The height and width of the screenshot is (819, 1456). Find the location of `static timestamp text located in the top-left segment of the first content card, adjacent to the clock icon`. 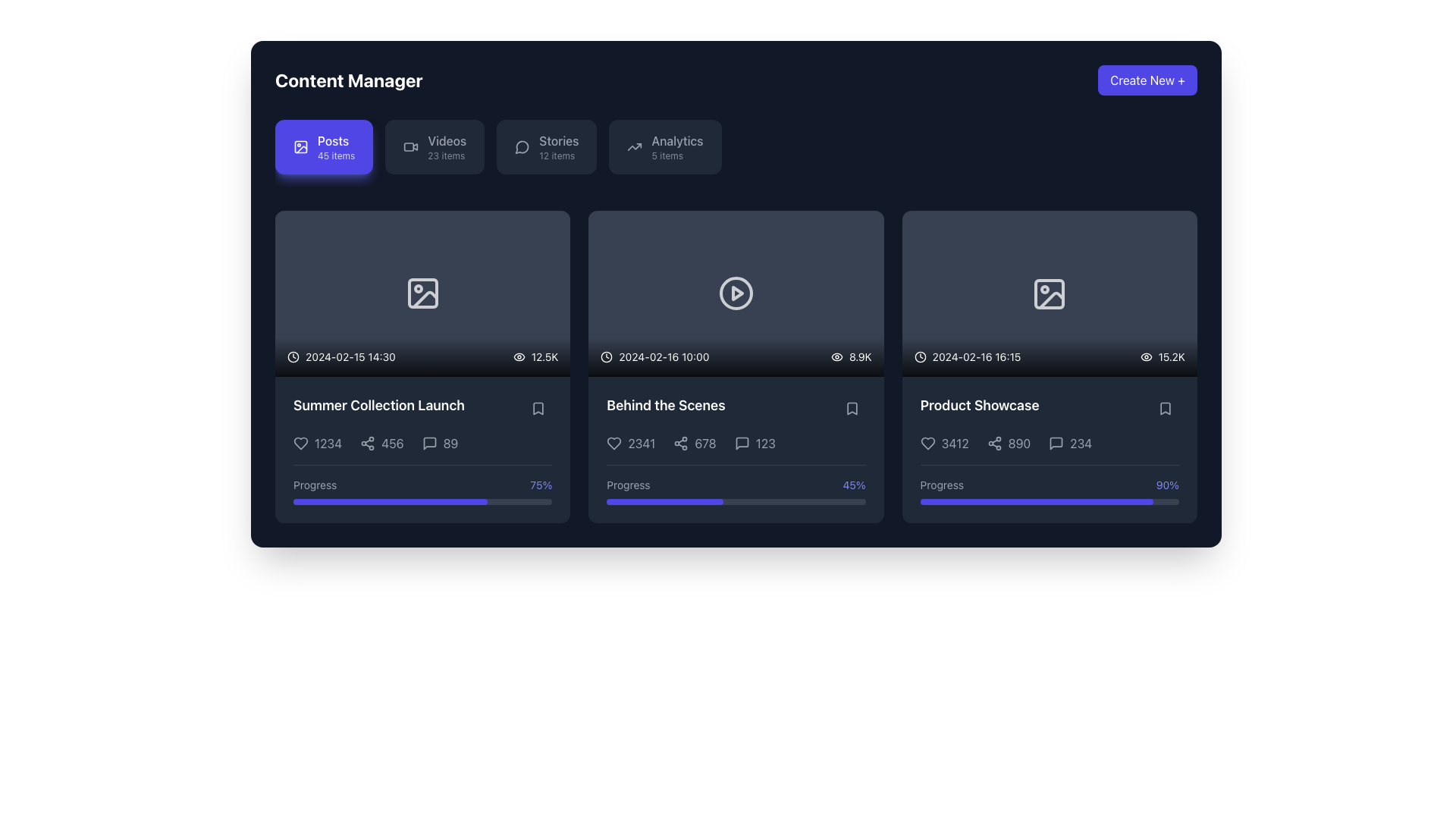

static timestamp text located in the top-left segment of the first content card, adjacent to the clock icon is located at coordinates (340, 356).